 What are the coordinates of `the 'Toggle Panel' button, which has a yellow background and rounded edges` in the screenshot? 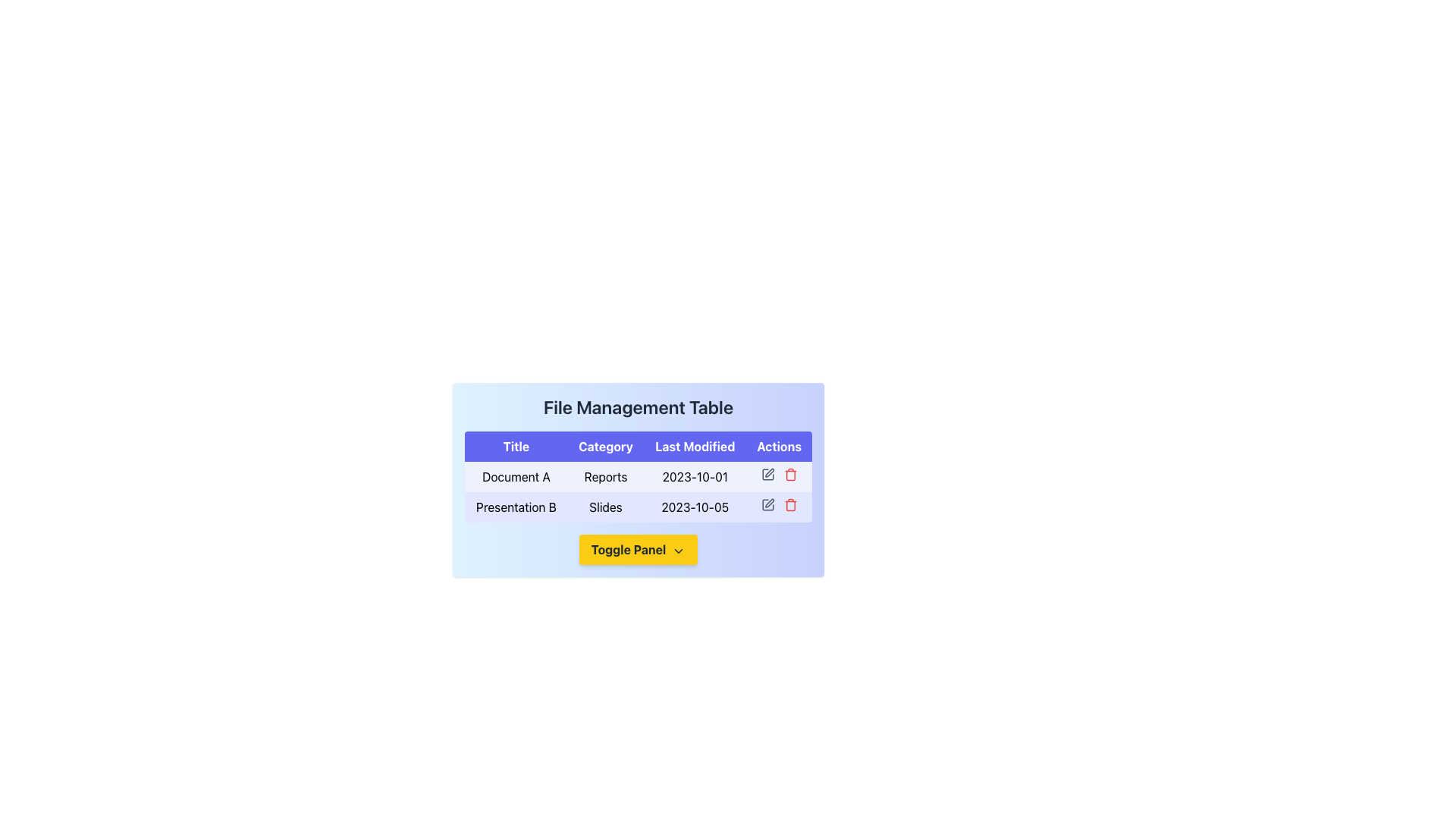 It's located at (638, 550).